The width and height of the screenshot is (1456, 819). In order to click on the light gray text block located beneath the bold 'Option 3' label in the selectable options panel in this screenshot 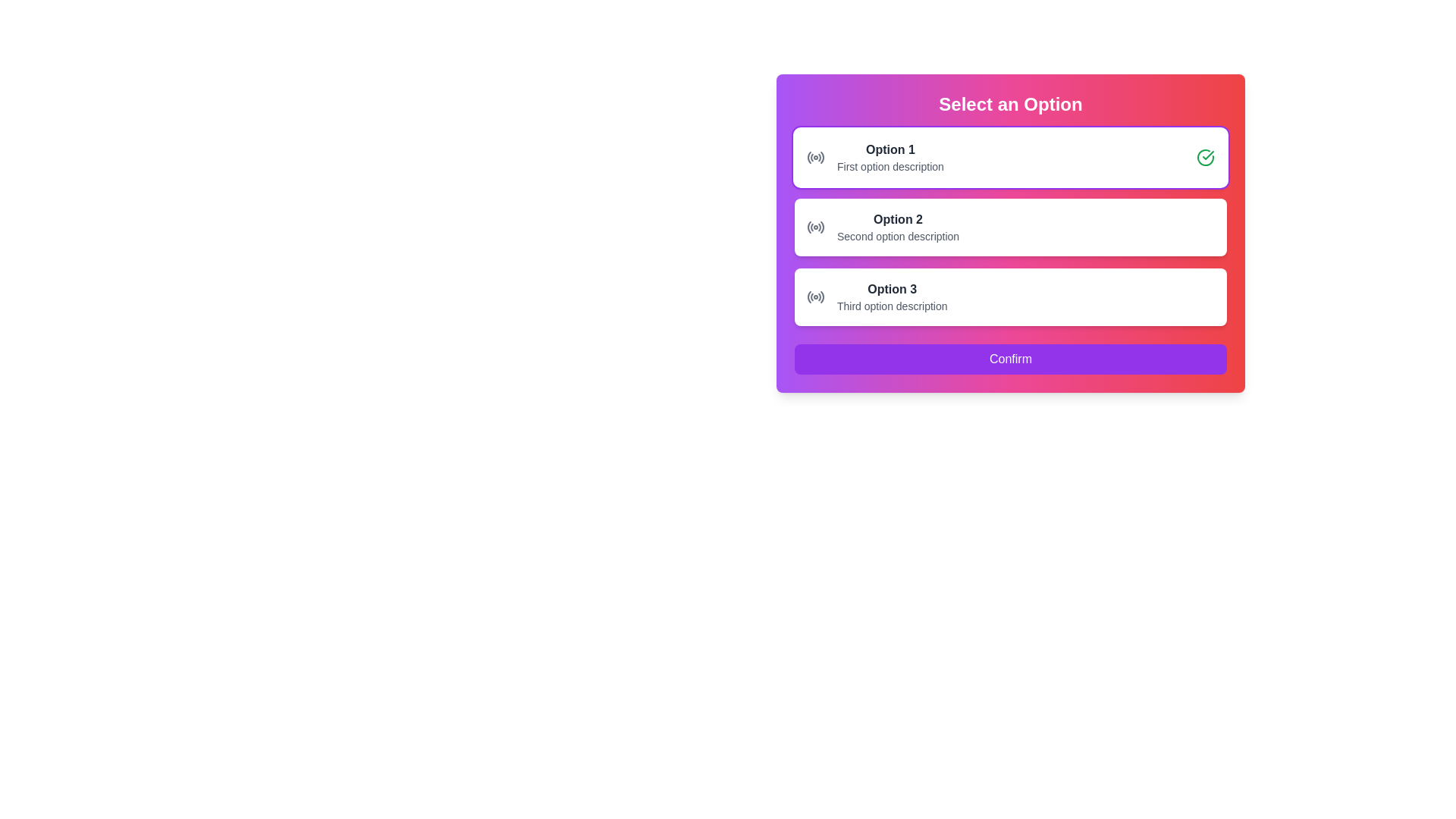, I will do `click(892, 306)`.